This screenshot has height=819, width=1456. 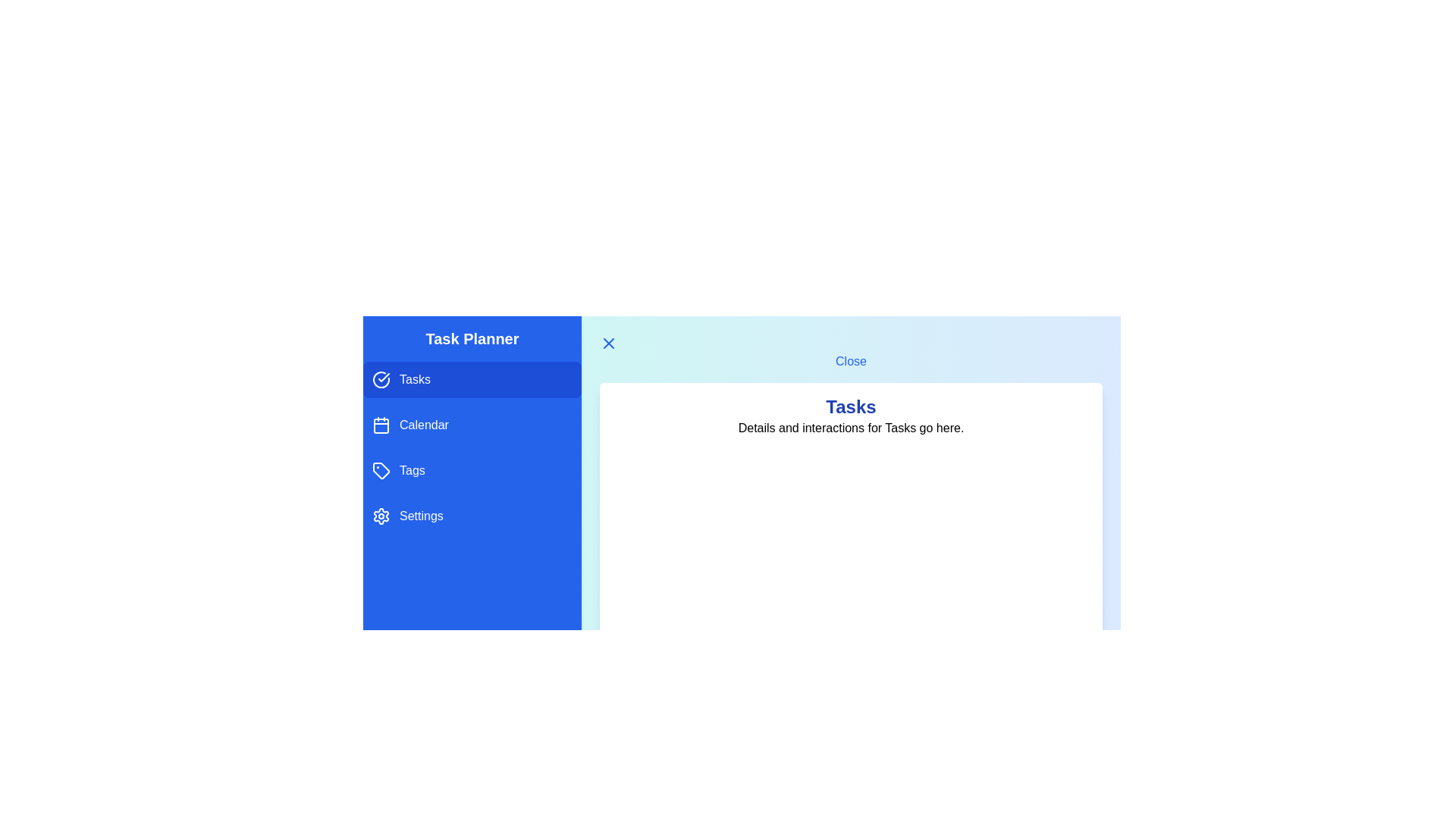 I want to click on the section Tasks from the drawer by clicking on it, so click(x=472, y=379).